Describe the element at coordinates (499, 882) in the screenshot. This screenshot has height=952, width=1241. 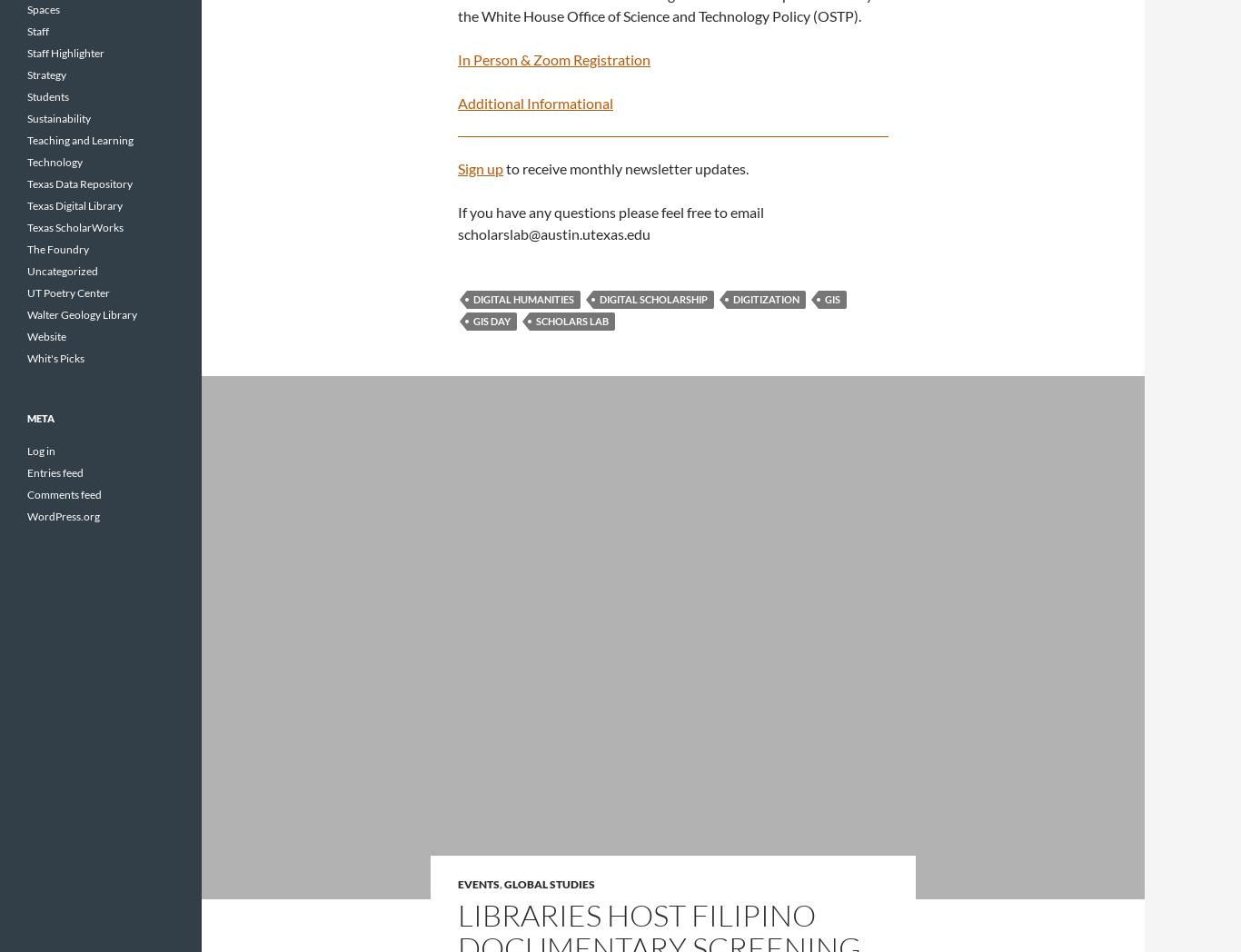
I see `','` at that location.